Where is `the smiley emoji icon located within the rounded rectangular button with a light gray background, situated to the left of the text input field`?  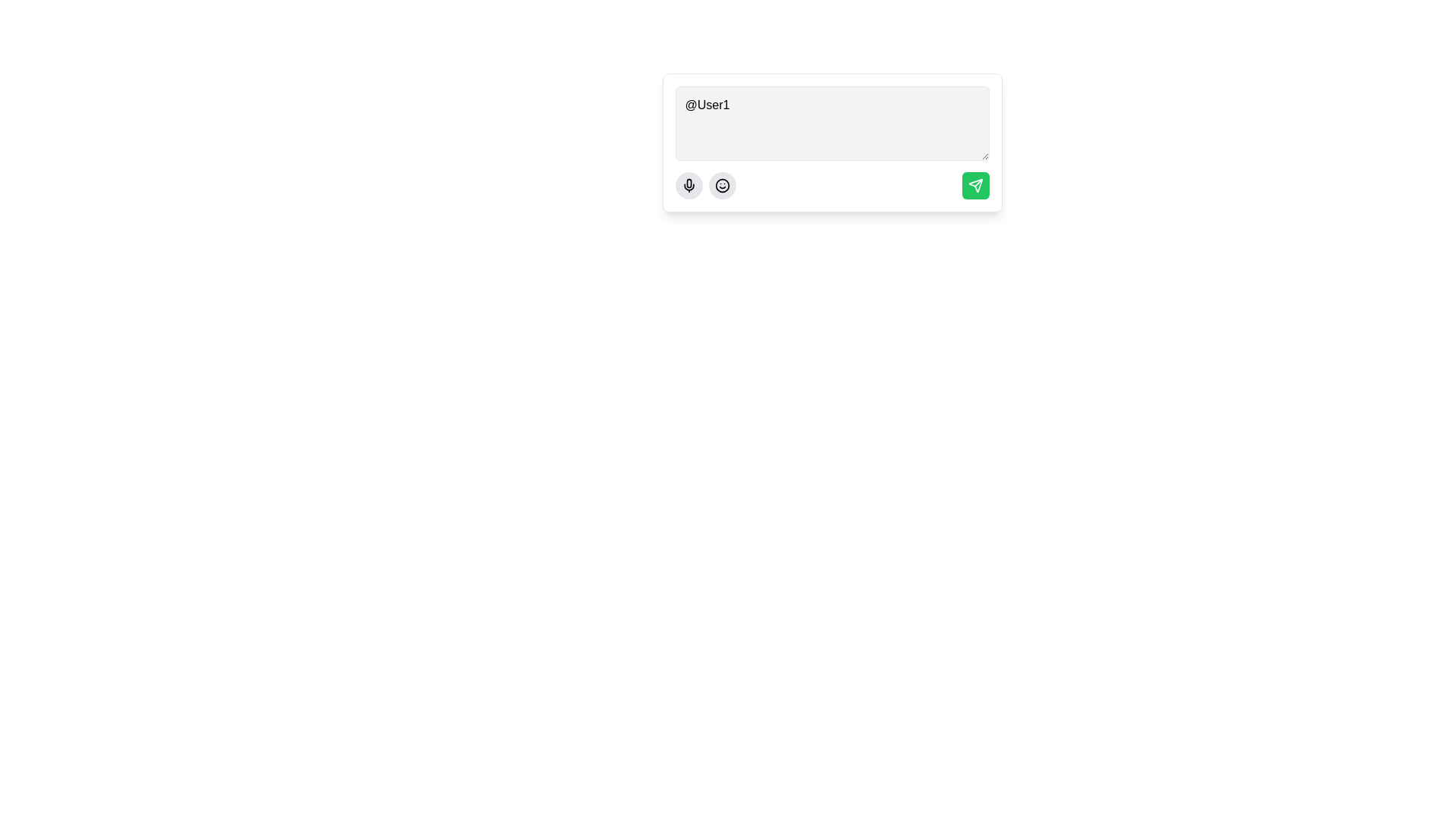
the smiley emoji icon located within the rounded rectangular button with a light gray background, situated to the left of the text input field is located at coordinates (721, 185).